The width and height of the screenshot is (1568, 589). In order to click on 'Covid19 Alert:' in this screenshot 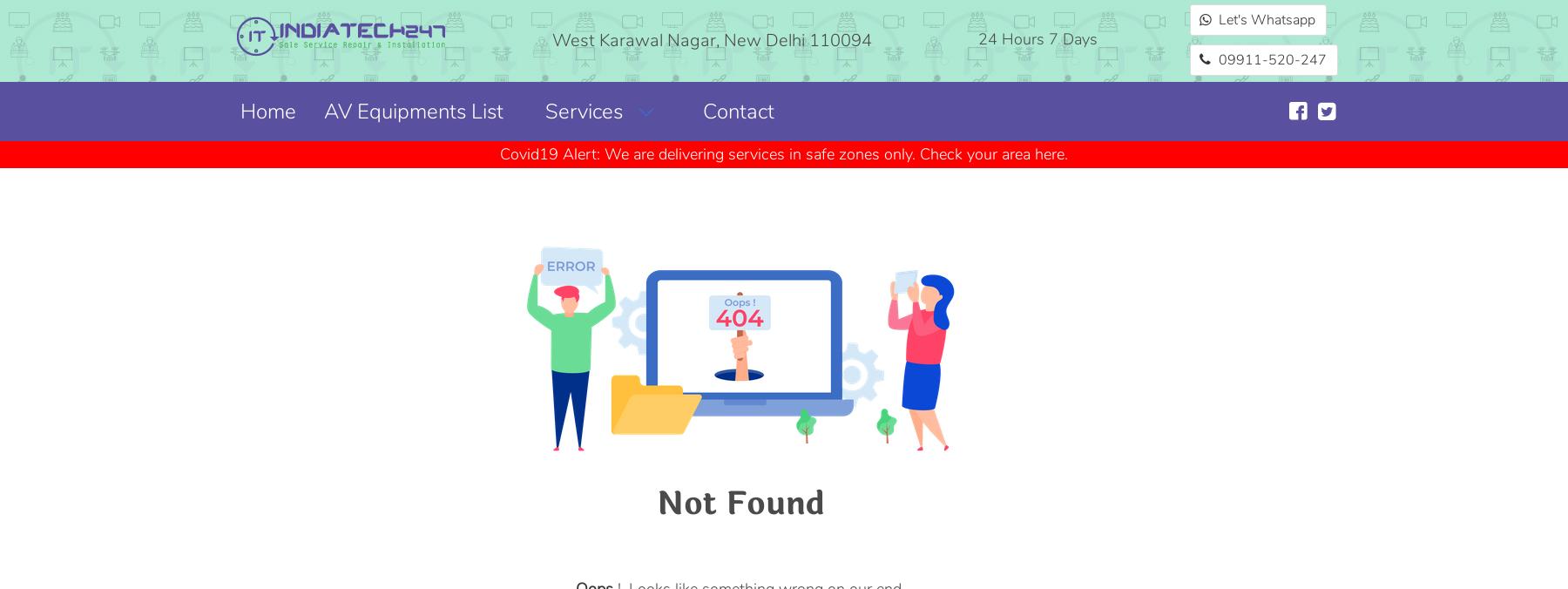, I will do `click(550, 152)`.